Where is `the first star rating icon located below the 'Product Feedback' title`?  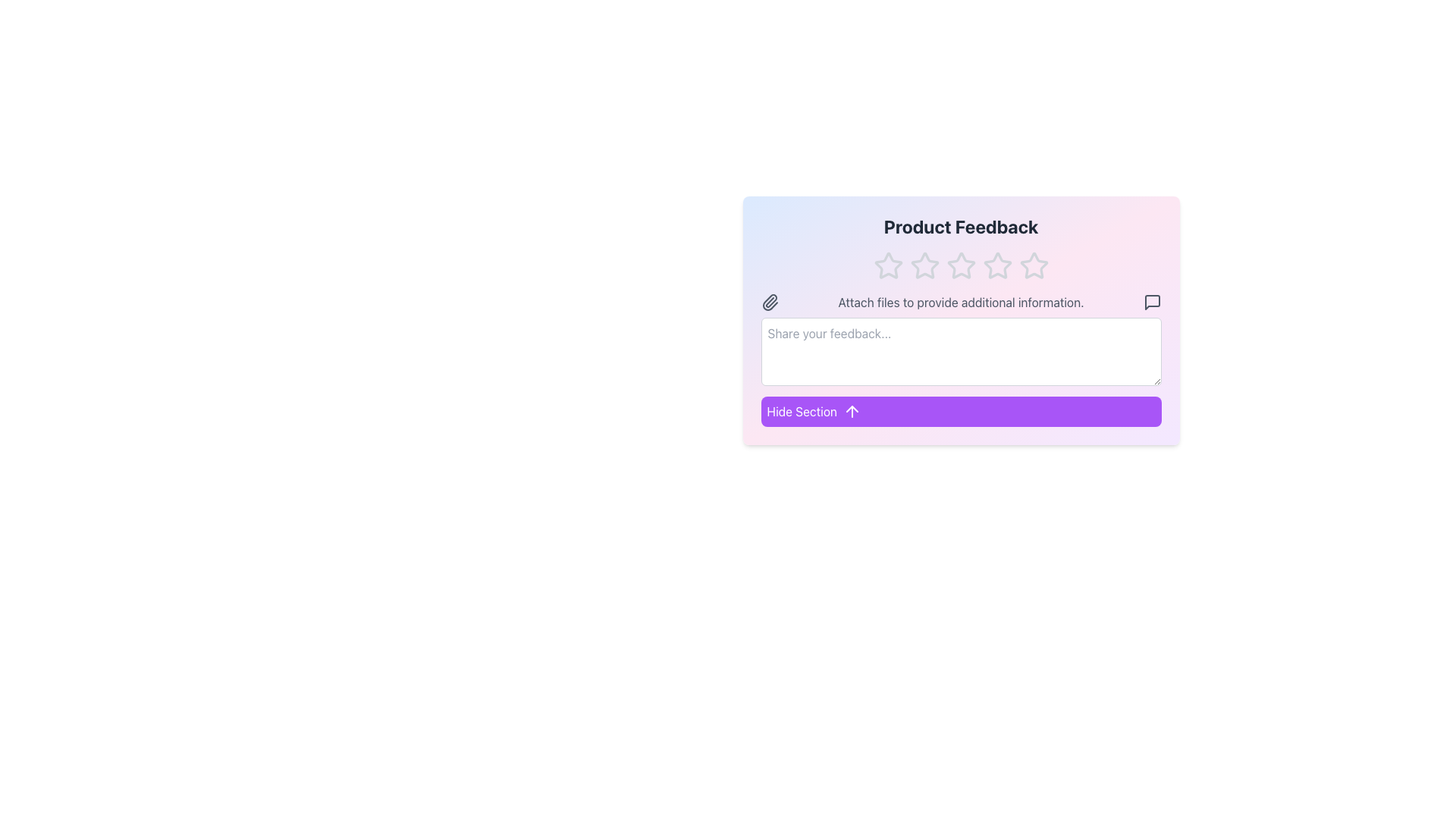
the first star rating icon located below the 'Product Feedback' title is located at coordinates (888, 265).